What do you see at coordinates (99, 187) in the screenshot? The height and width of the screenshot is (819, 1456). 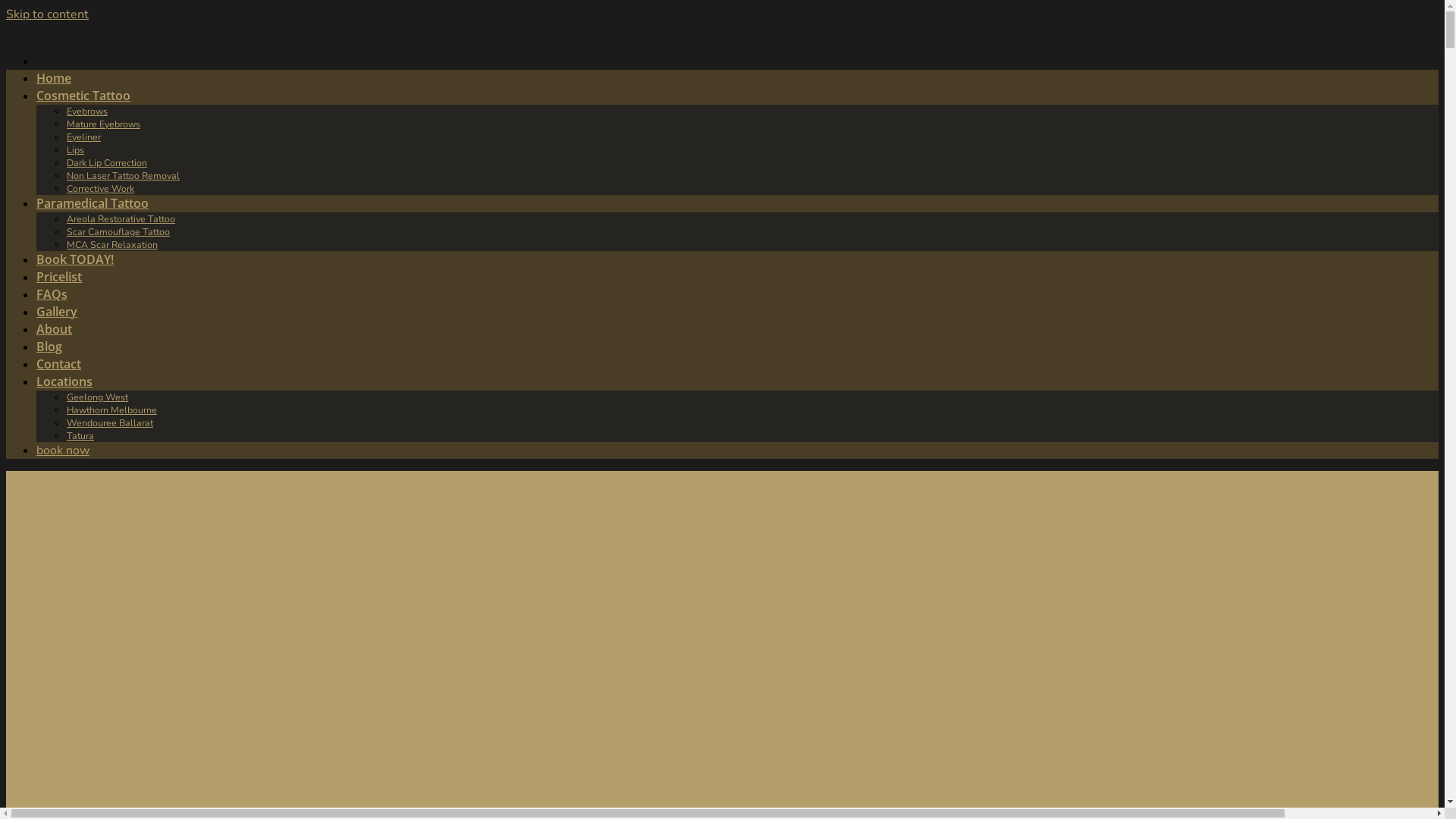 I see `'Corrective Work'` at bounding box center [99, 187].